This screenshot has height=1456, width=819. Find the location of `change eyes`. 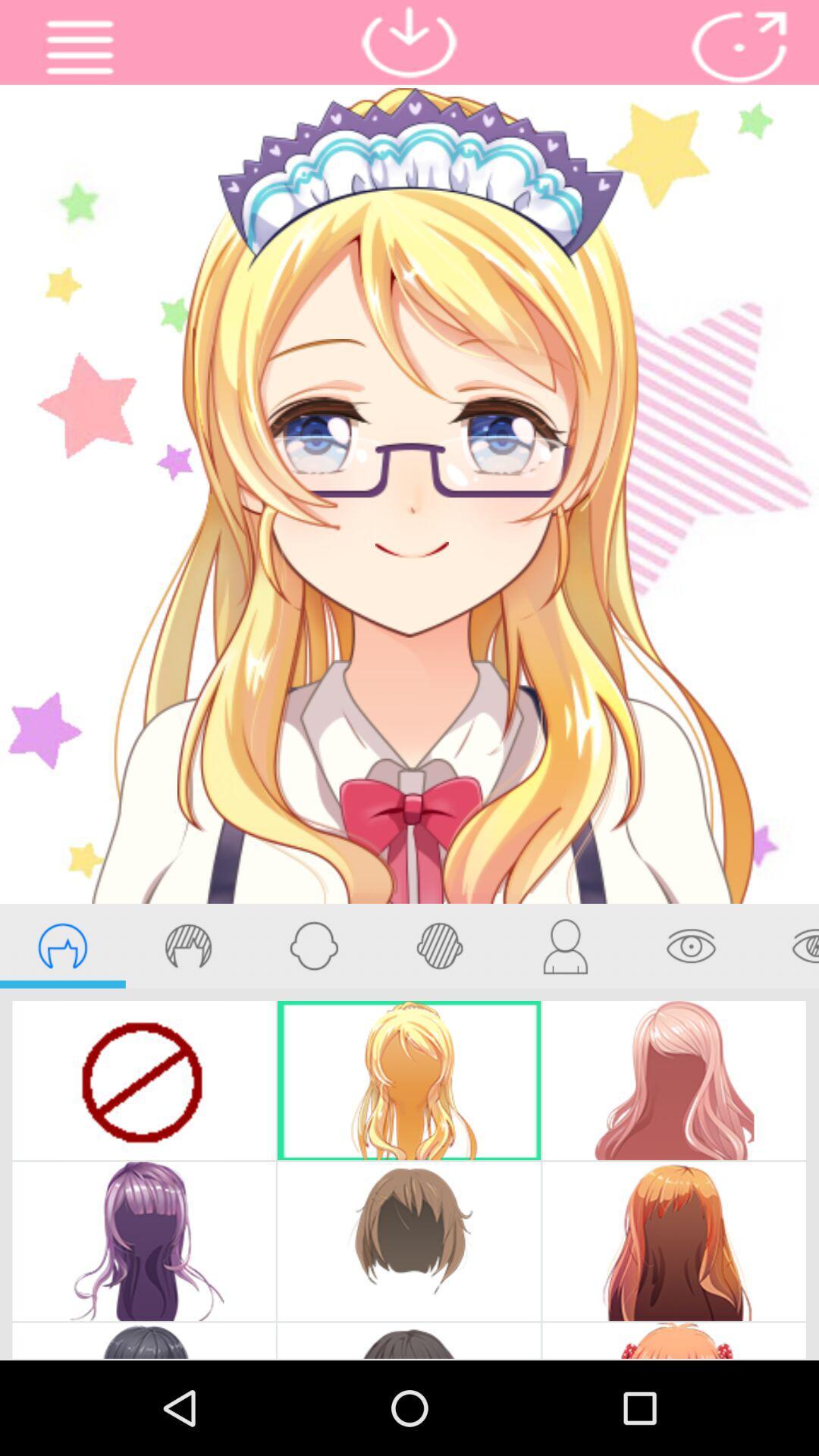

change eyes is located at coordinates (786, 945).